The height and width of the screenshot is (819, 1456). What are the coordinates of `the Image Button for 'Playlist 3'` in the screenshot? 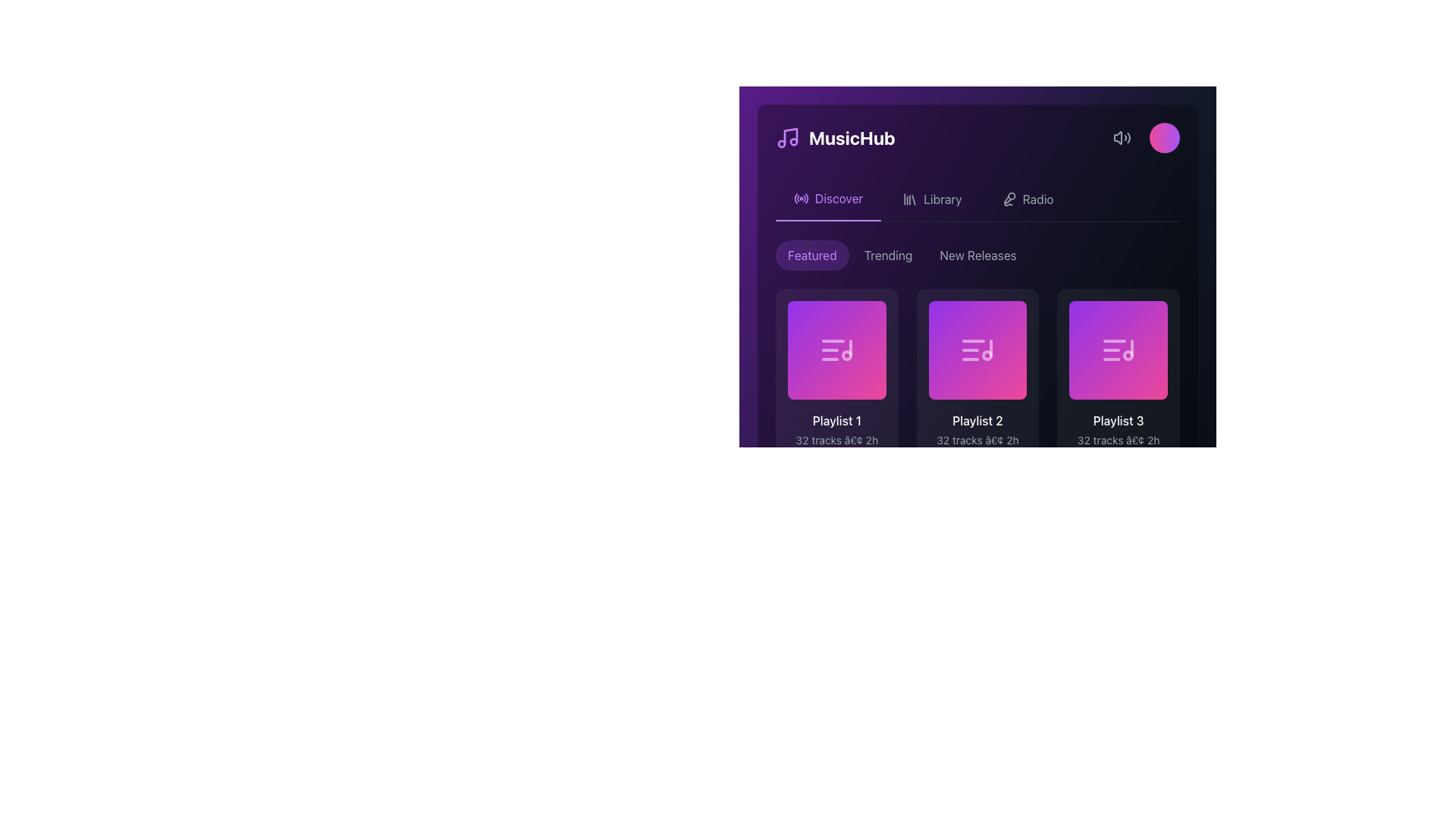 It's located at (1119, 350).